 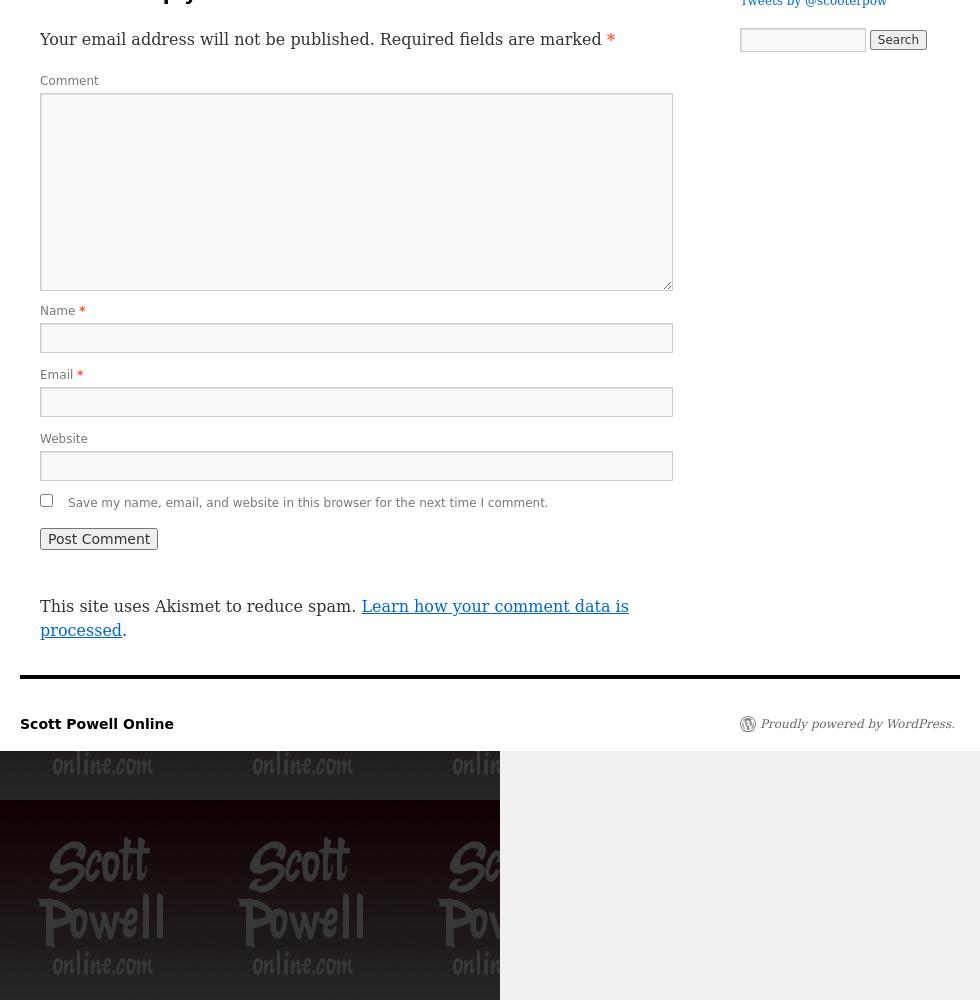 What do you see at coordinates (96, 723) in the screenshot?
I see `'Scott Powell Online'` at bounding box center [96, 723].